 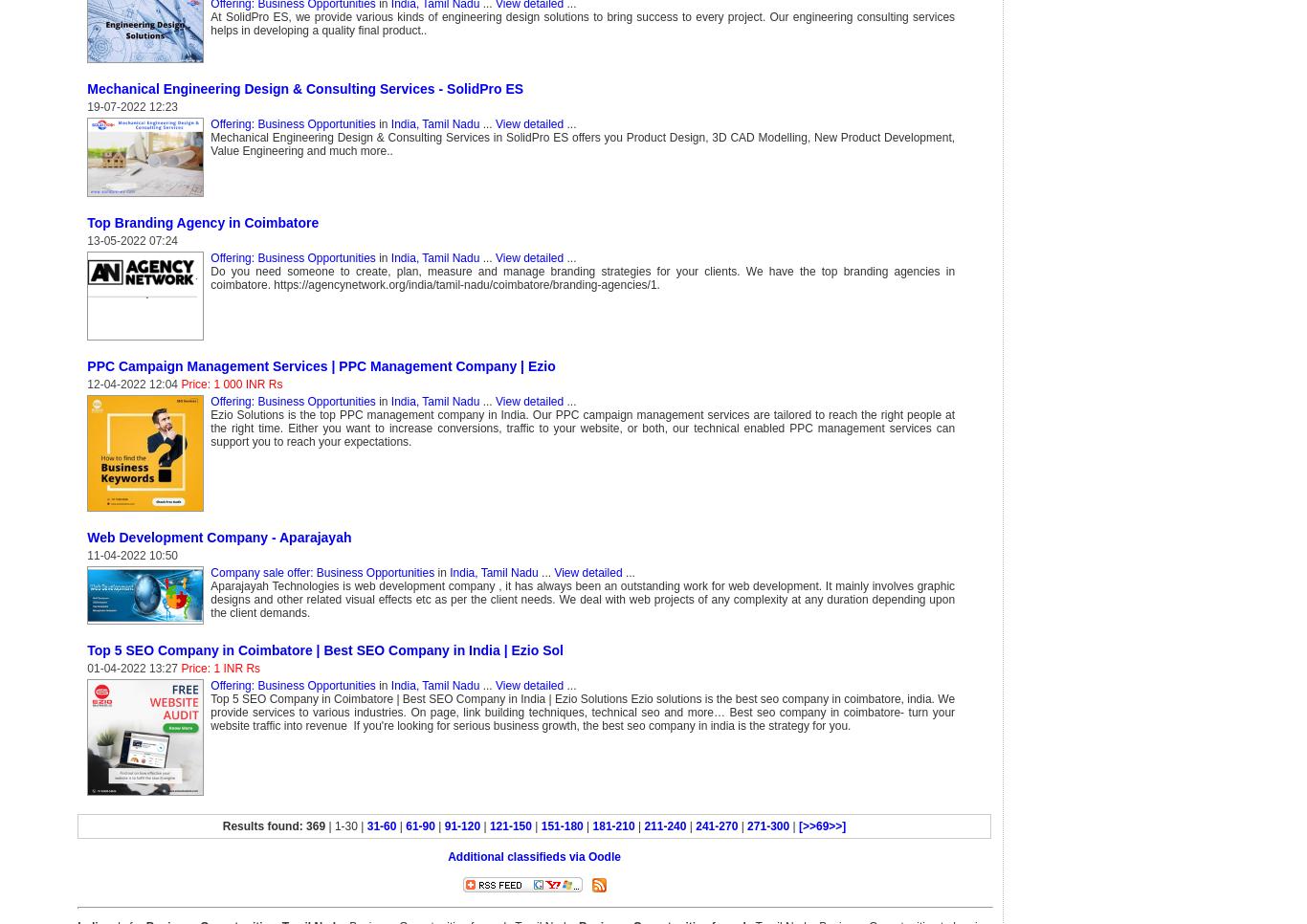 I want to click on '61-90', so click(x=419, y=825).